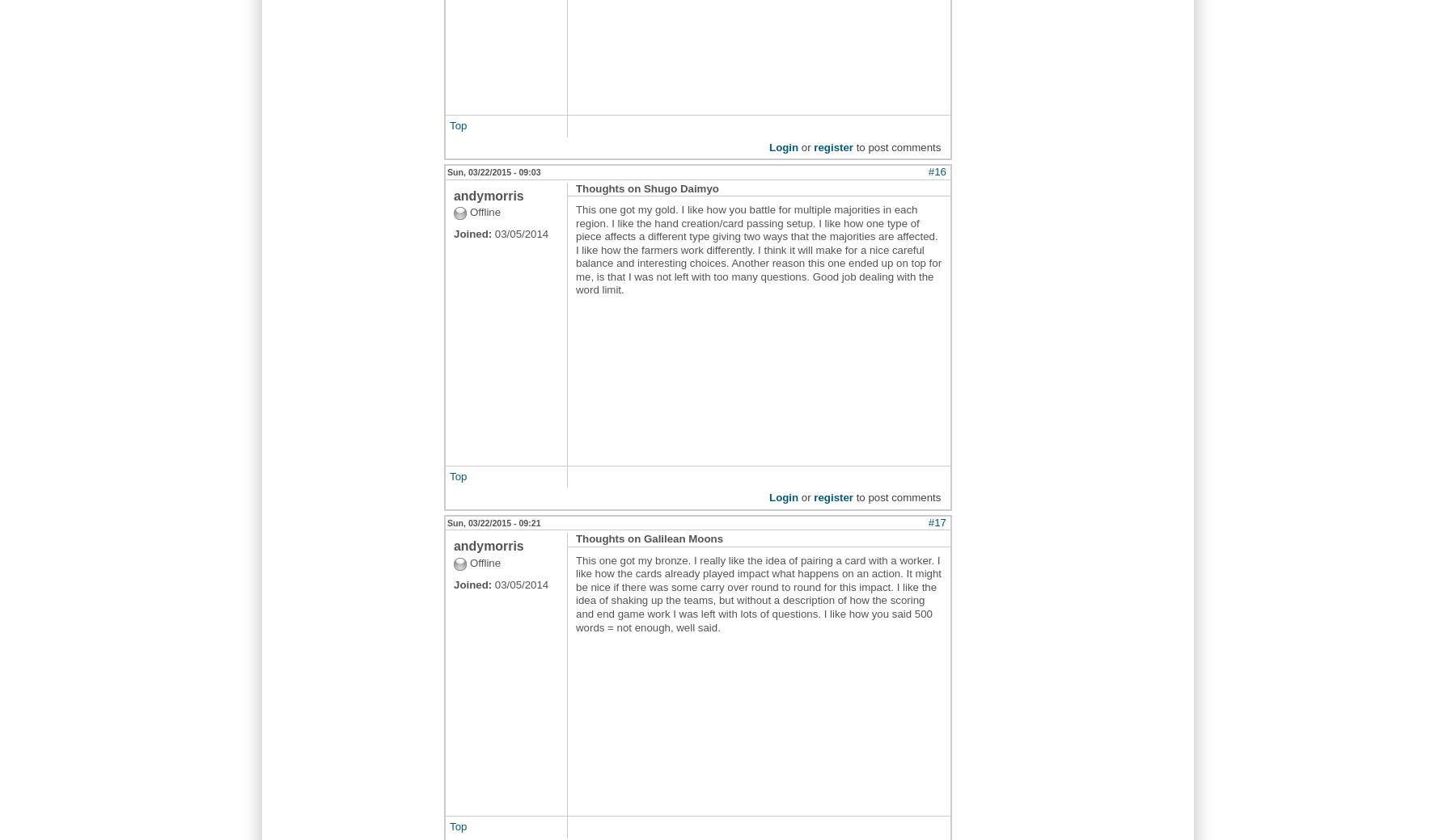 Image resolution: width=1456 pixels, height=840 pixels. I want to click on '#17', so click(936, 521).